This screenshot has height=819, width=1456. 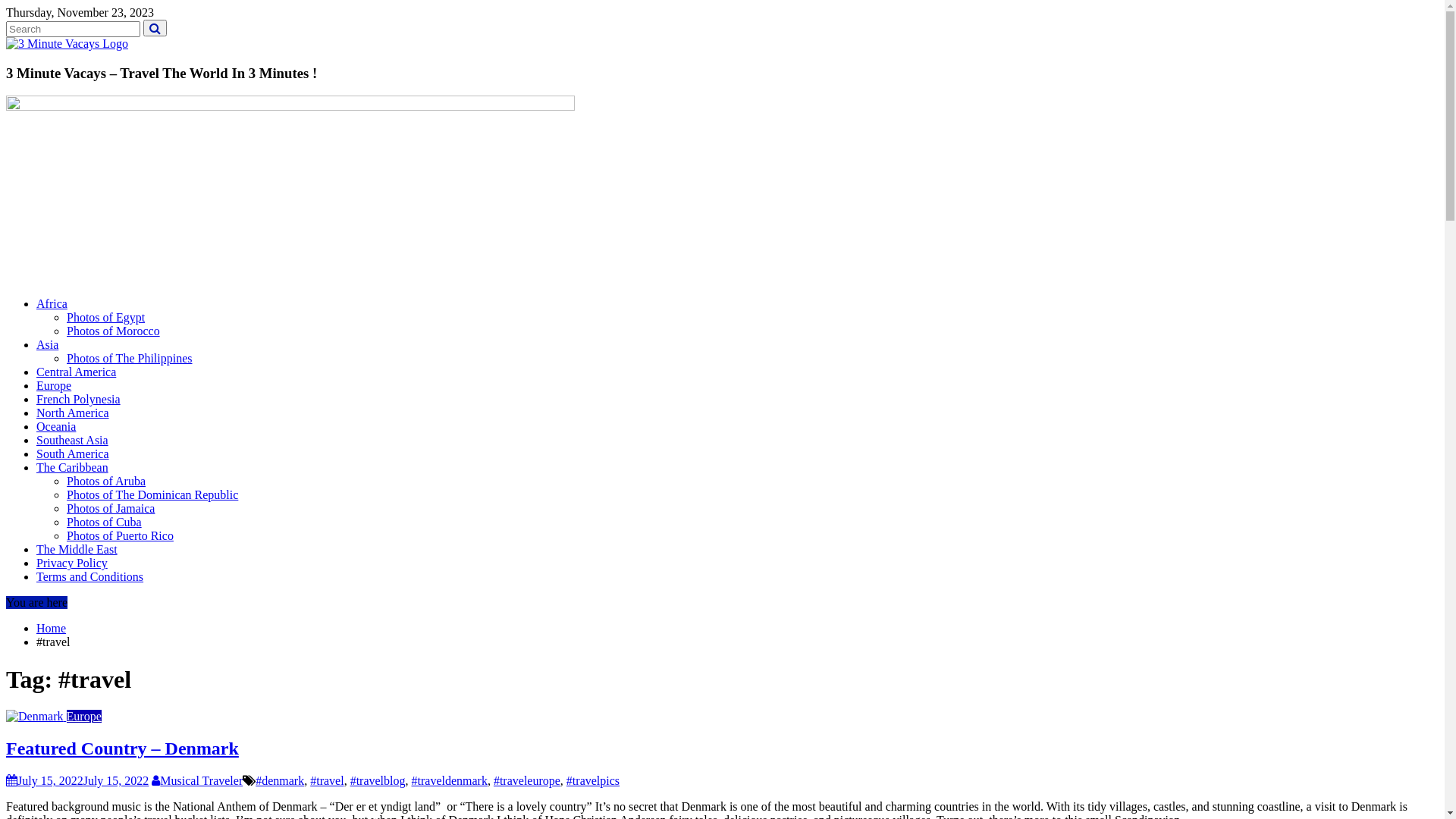 What do you see at coordinates (105, 316) in the screenshot?
I see `'Photos of Egypt'` at bounding box center [105, 316].